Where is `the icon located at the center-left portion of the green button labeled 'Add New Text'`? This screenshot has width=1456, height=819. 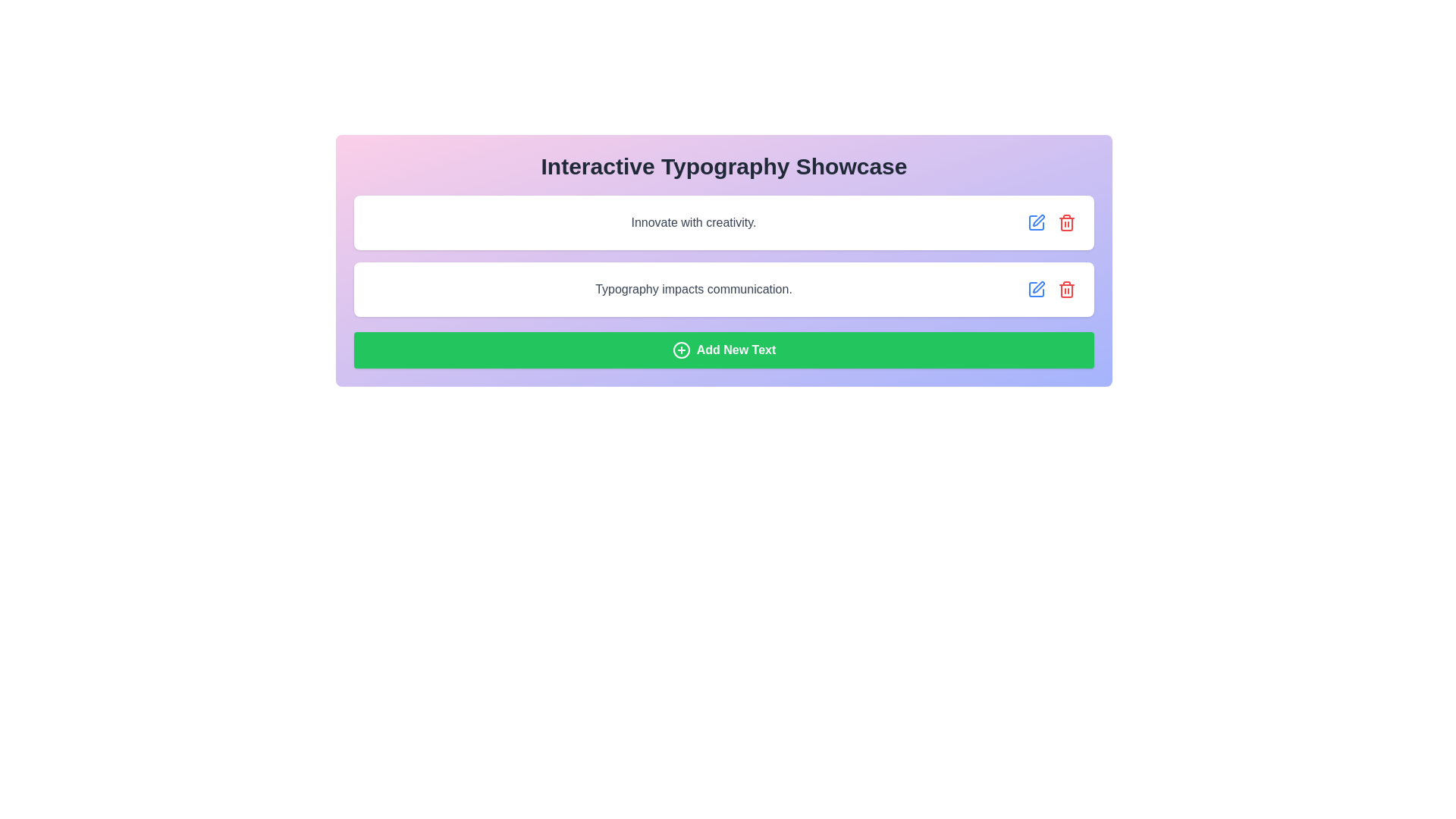 the icon located at the center-left portion of the green button labeled 'Add New Text' is located at coordinates (680, 350).